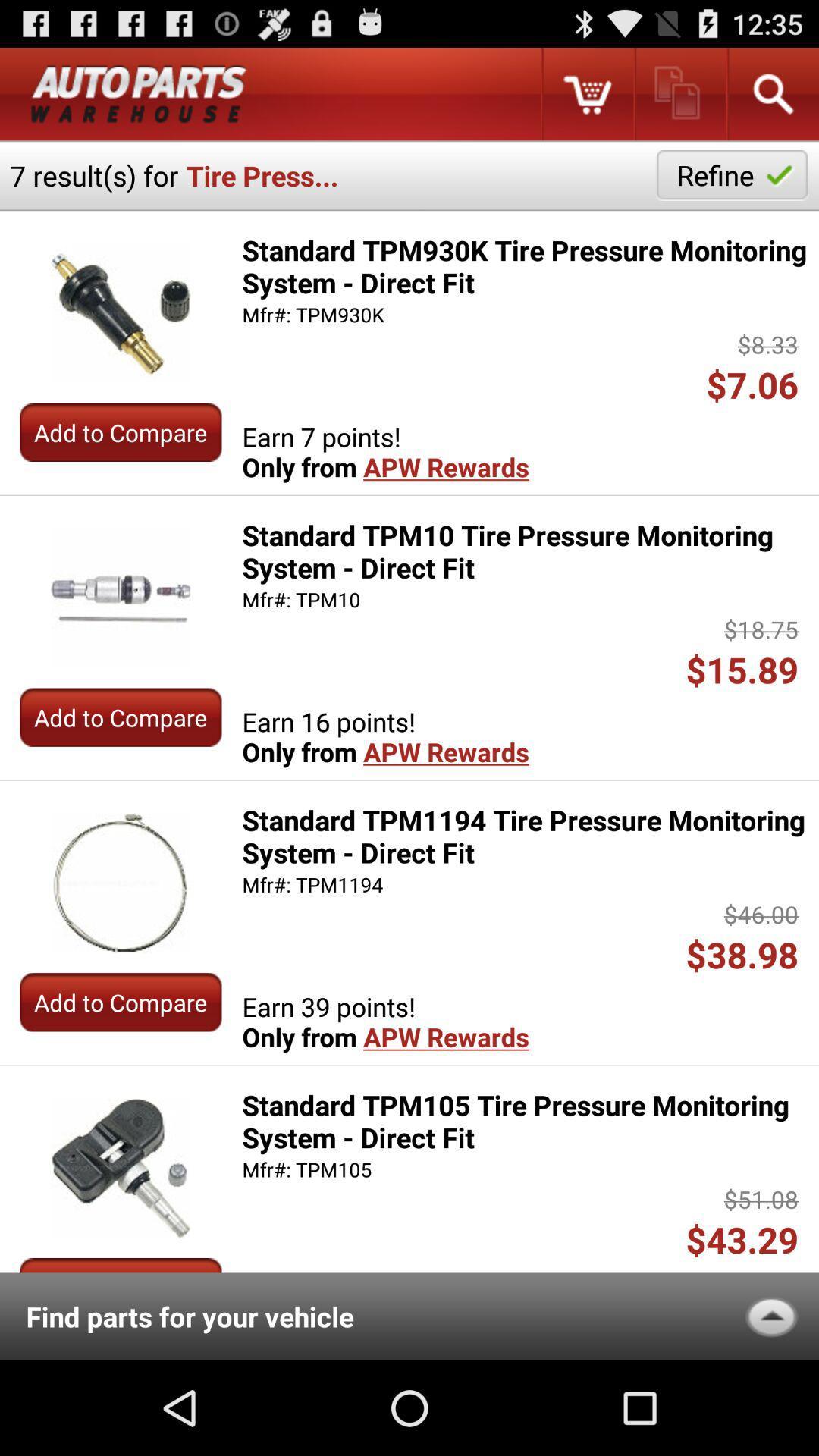  What do you see at coordinates (586, 93) in the screenshot?
I see `open cart` at bounding box center [586, 93].